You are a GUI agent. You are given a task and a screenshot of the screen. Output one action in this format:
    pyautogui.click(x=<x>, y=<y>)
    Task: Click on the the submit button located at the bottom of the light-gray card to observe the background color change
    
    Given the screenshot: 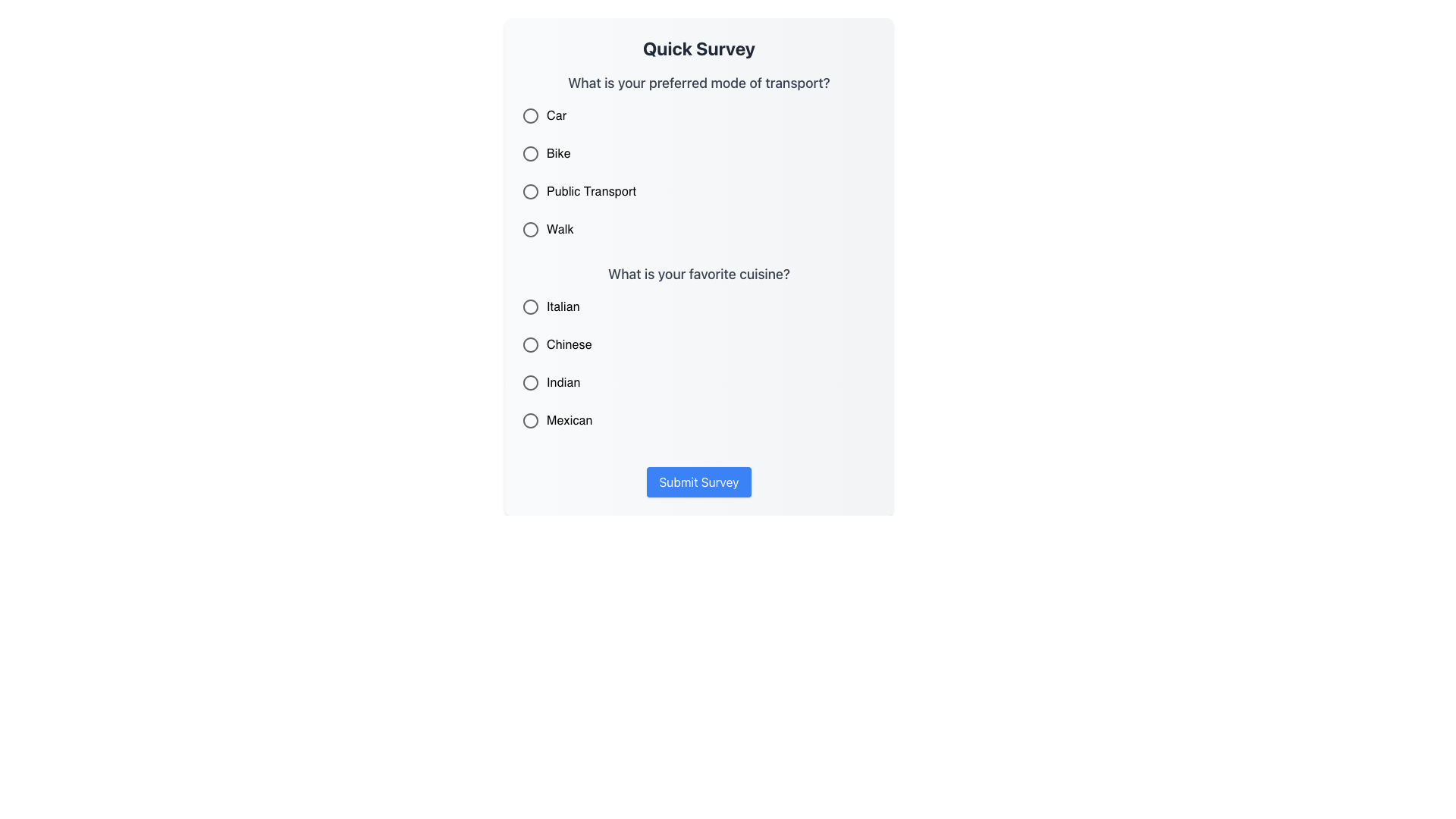 What is the action you would take?
    pyautogui.click(x=698, y=482)
    